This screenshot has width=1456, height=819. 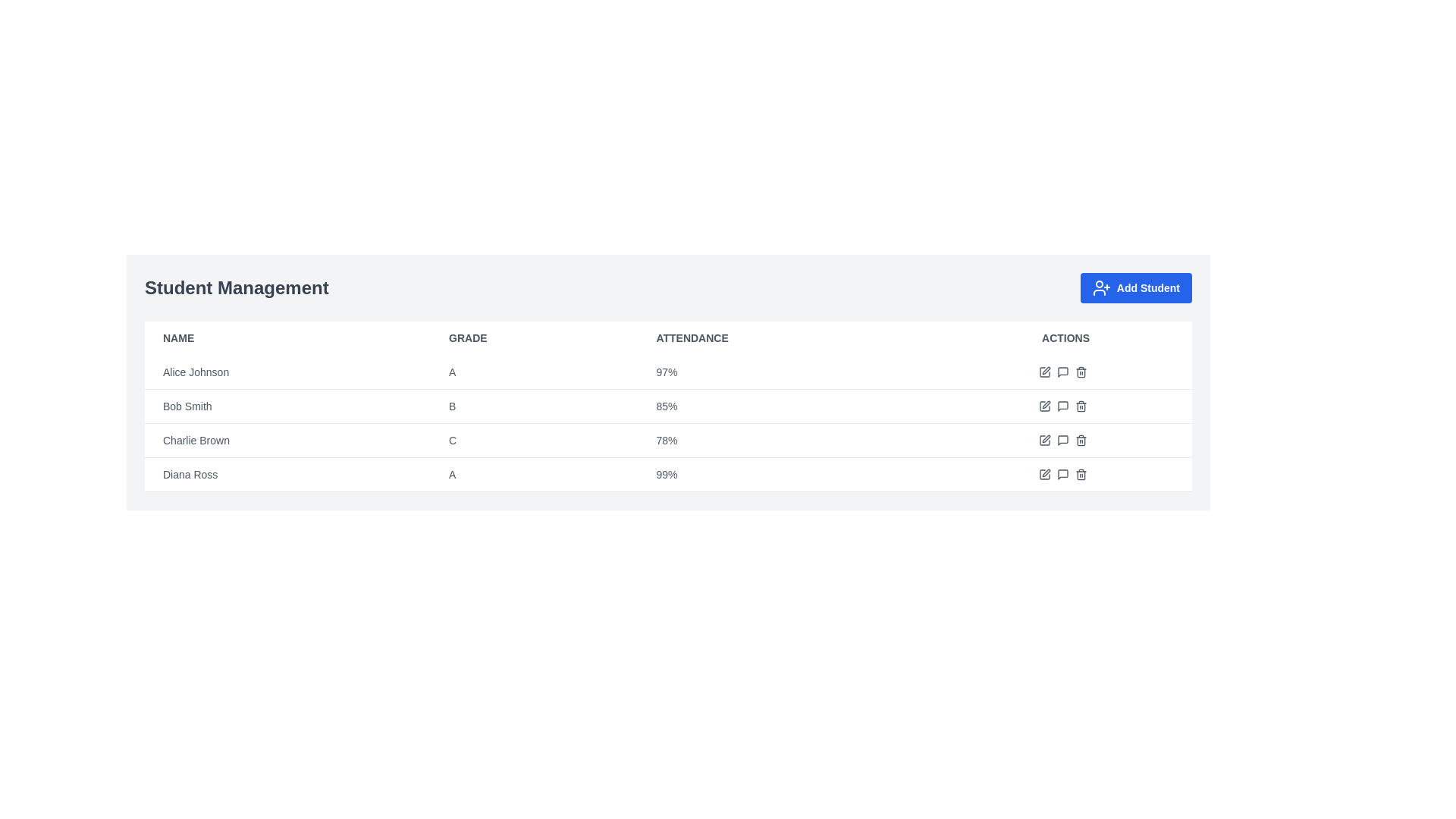 I want to click on the editing icon in the fourth row under the 'Actions' column of the table for 'Diana Ross' to initiate the edit action, so click(x=1043, y=441).